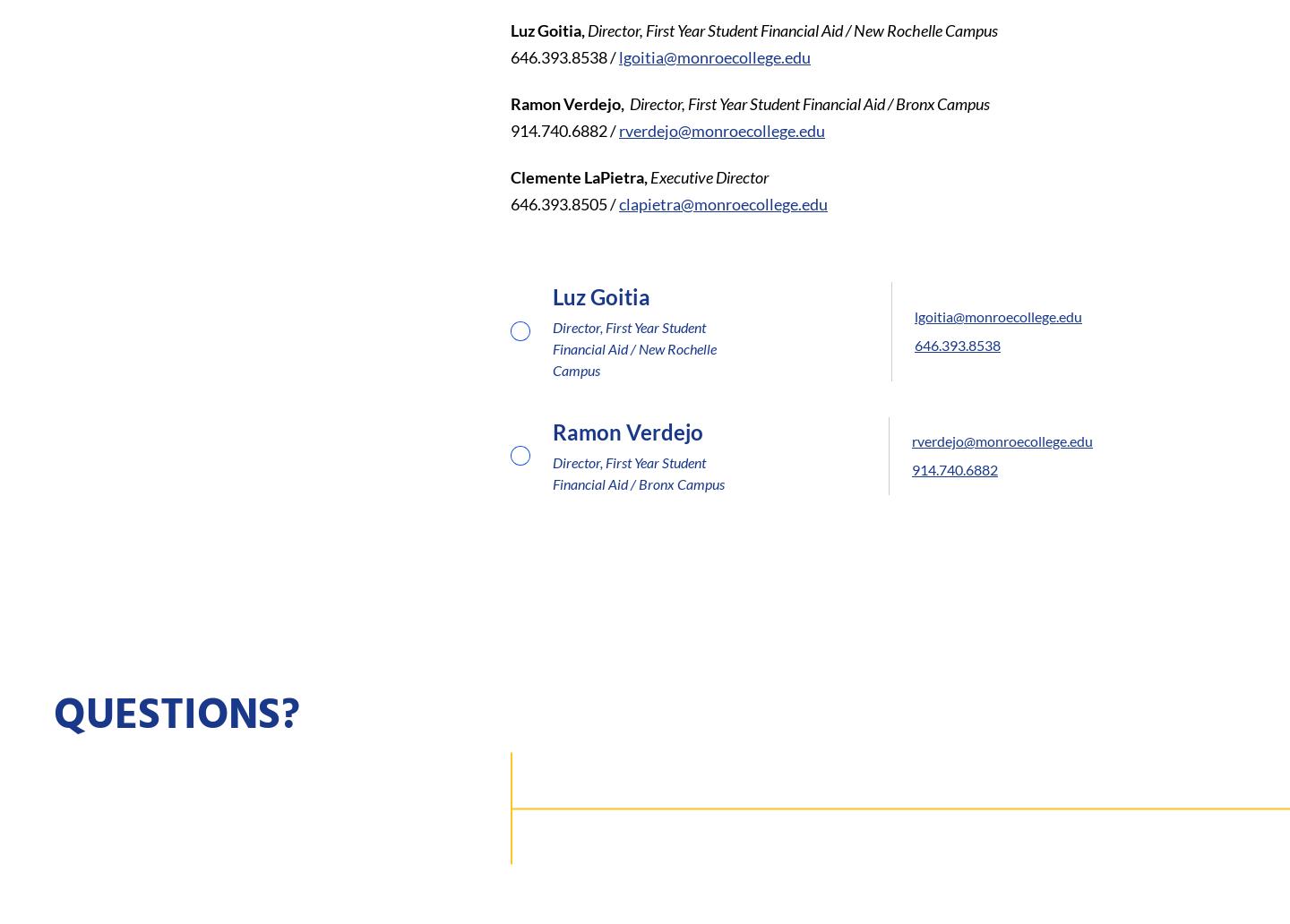 This screenshot has width=1290, height=924. What do you see at coordinates (551, 430) in the screenshot?
I see `'Ramon Verdejo'` at bounding box center [551, 430].